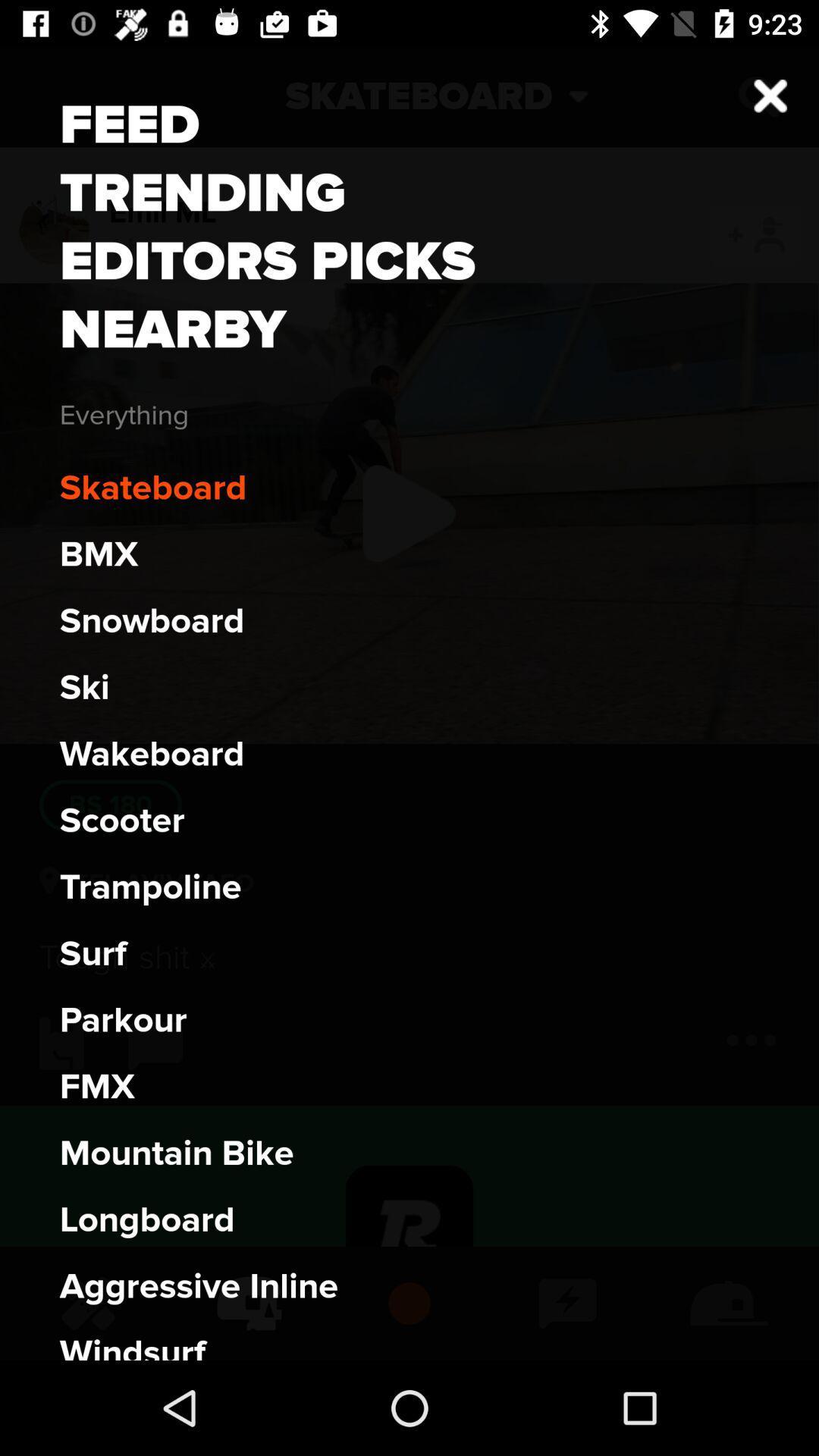 This screenshot has height=1456, width=819. I want to click on the close icon, so click(758, 96).